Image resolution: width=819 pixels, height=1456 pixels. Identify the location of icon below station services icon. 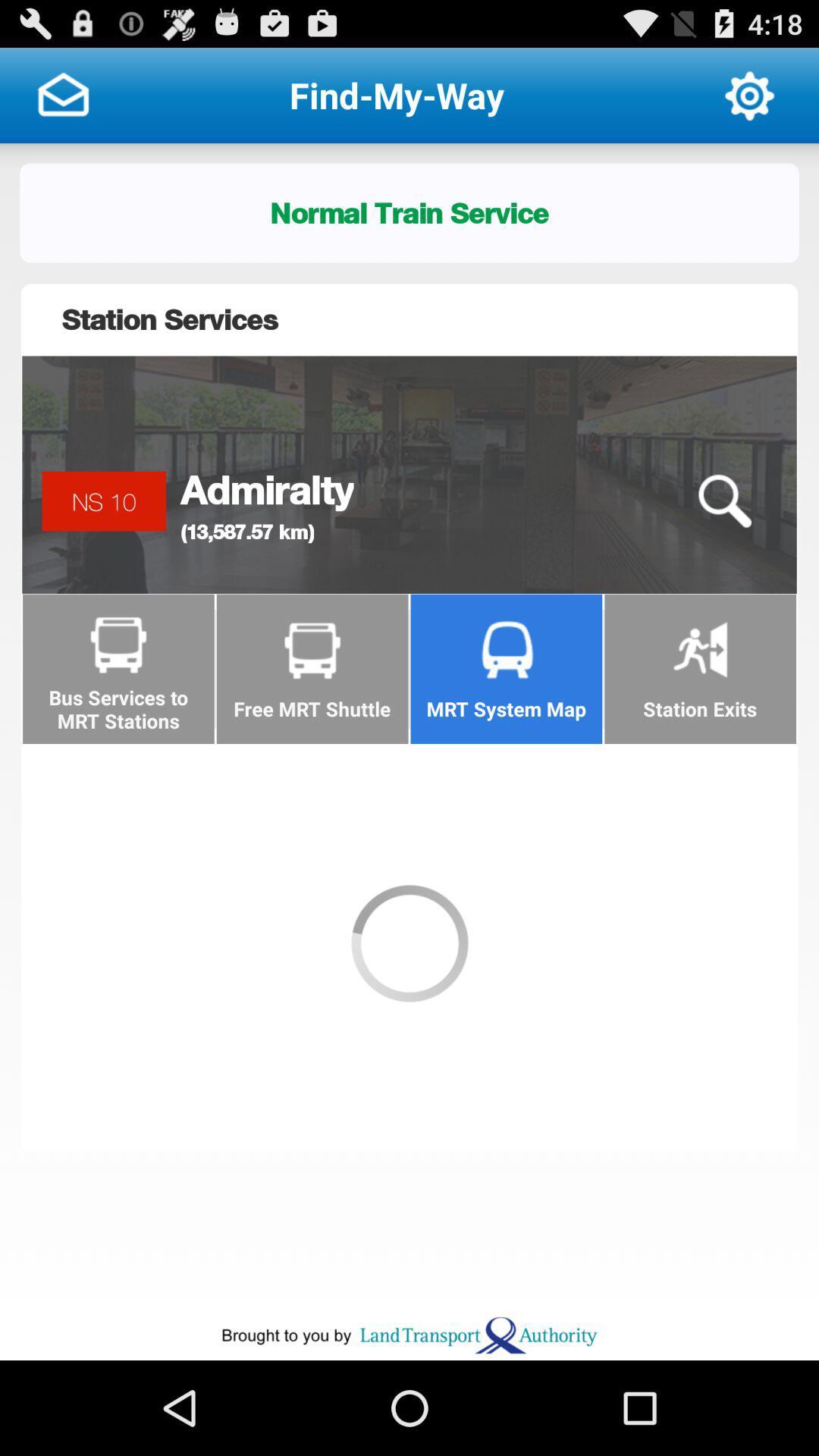
(723, 501).